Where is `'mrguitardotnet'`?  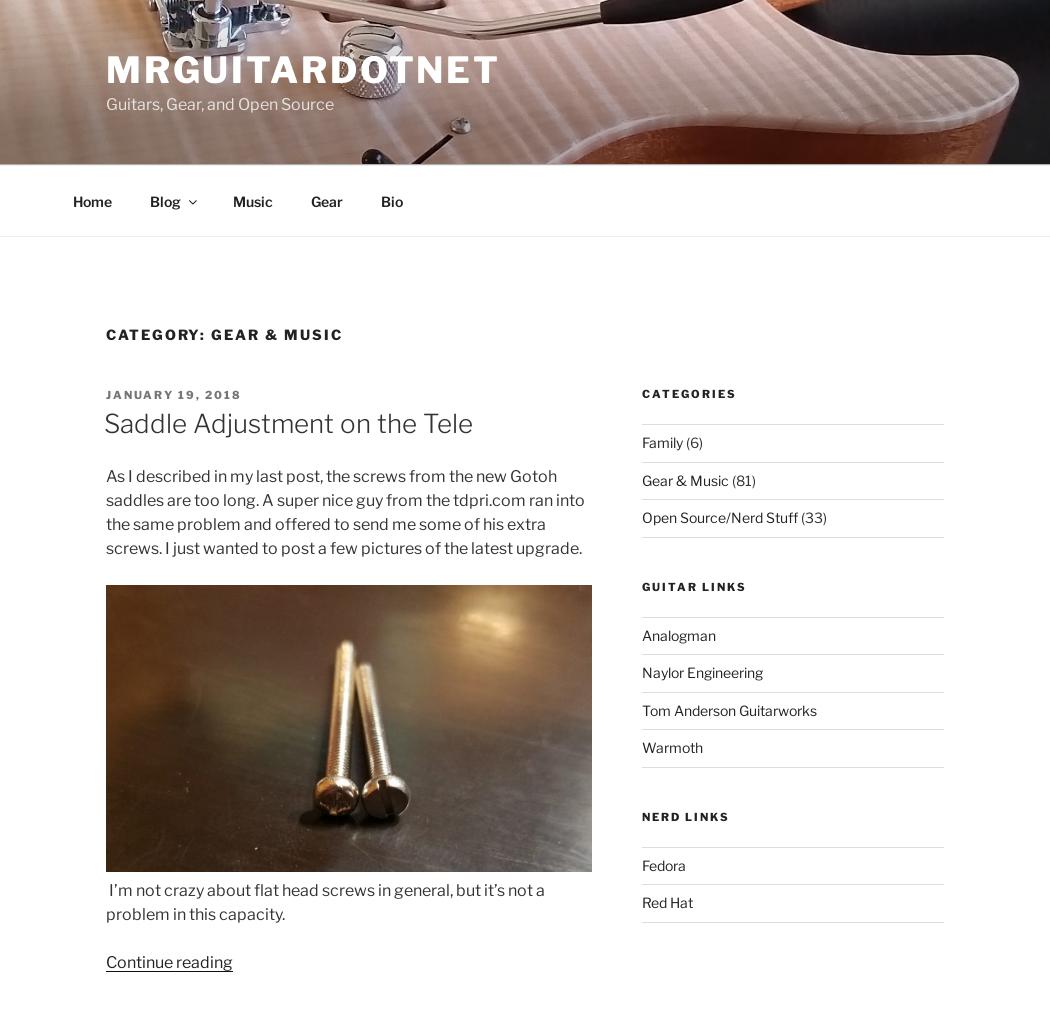 'mrguitardotnet' is located at coordinates (303, 68).